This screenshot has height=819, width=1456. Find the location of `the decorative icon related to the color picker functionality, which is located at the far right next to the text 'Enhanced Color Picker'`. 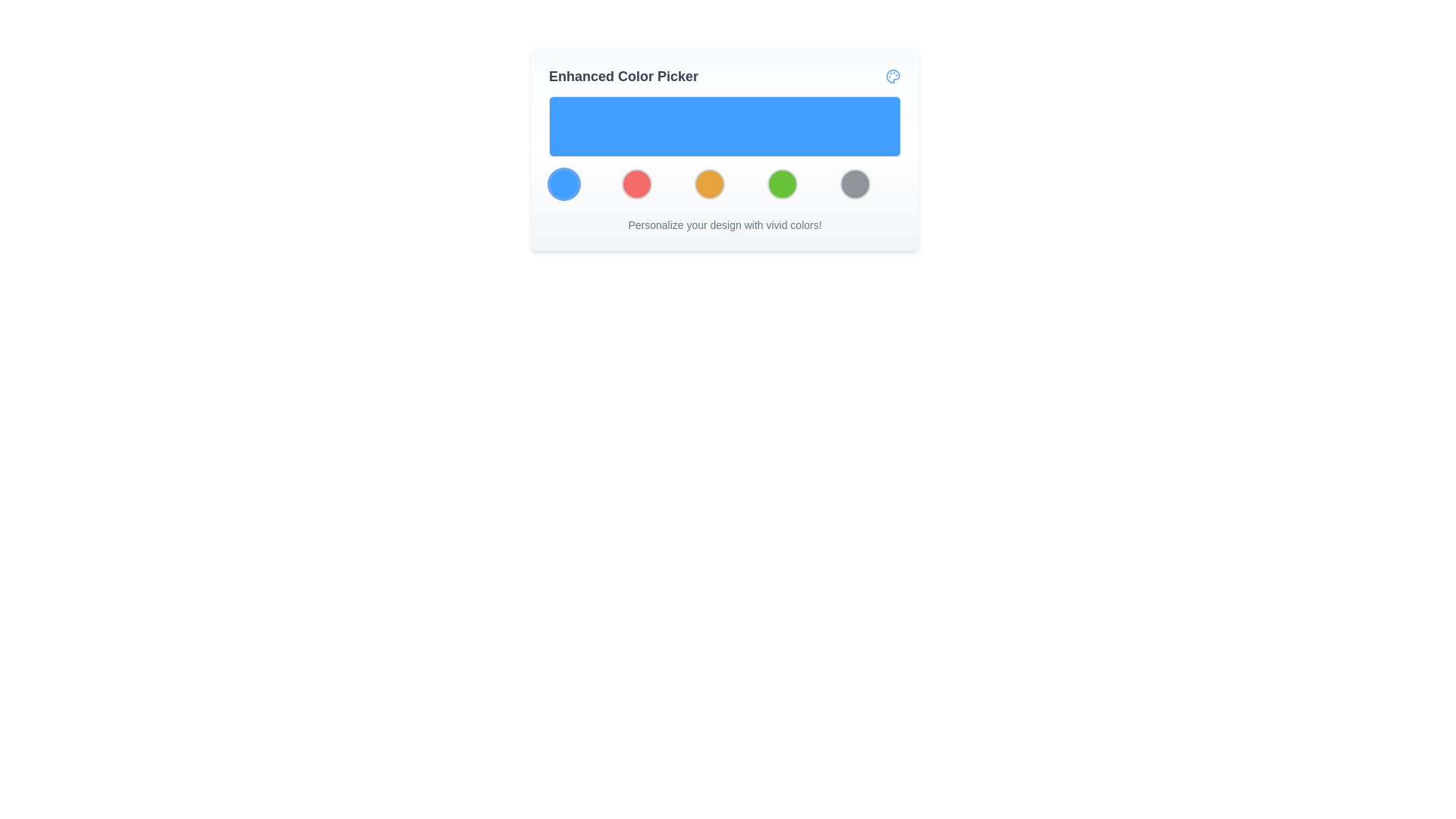

the decorative icon related to the color picker functionality, which is located at the far right next to the text 'Enhanced Color Picker' is located at coordinates (893, 76).